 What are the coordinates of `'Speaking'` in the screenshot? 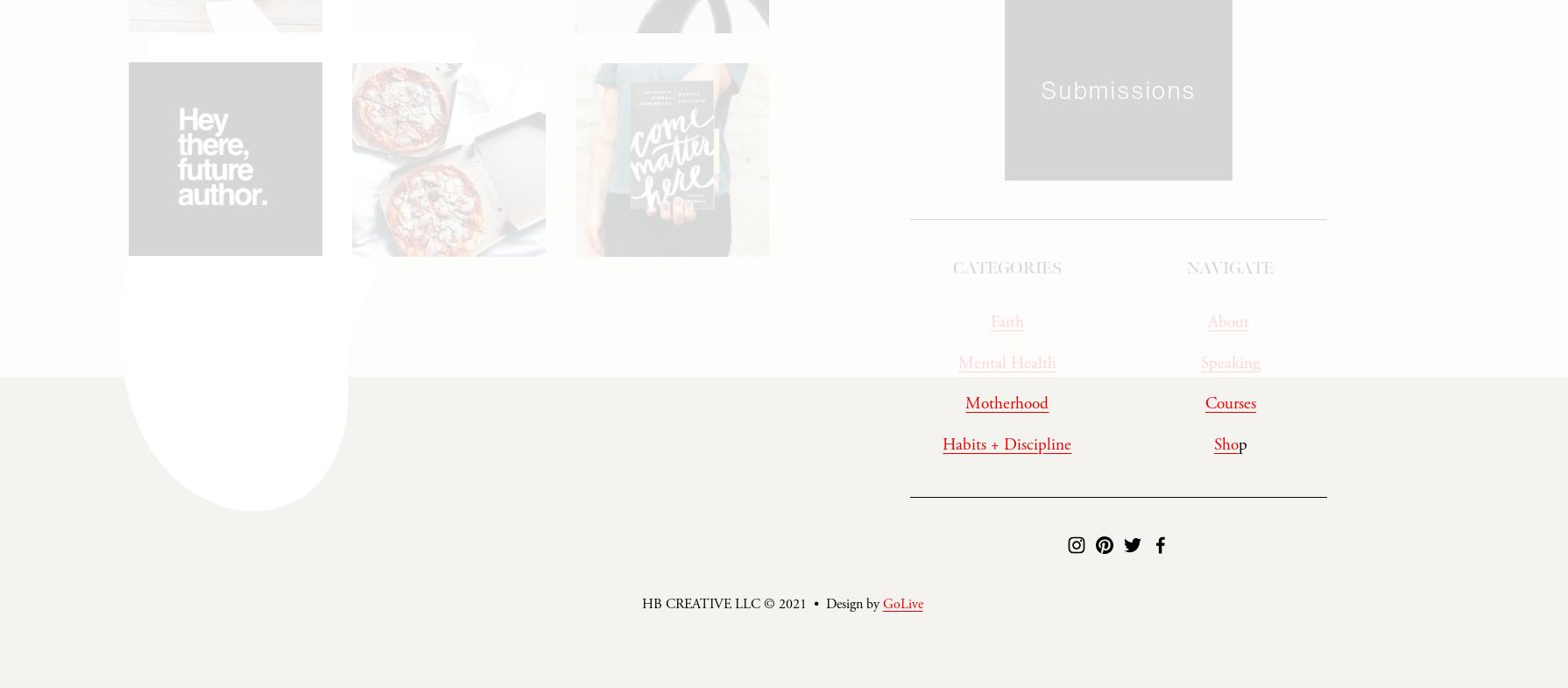 It's located at (1229, 368).